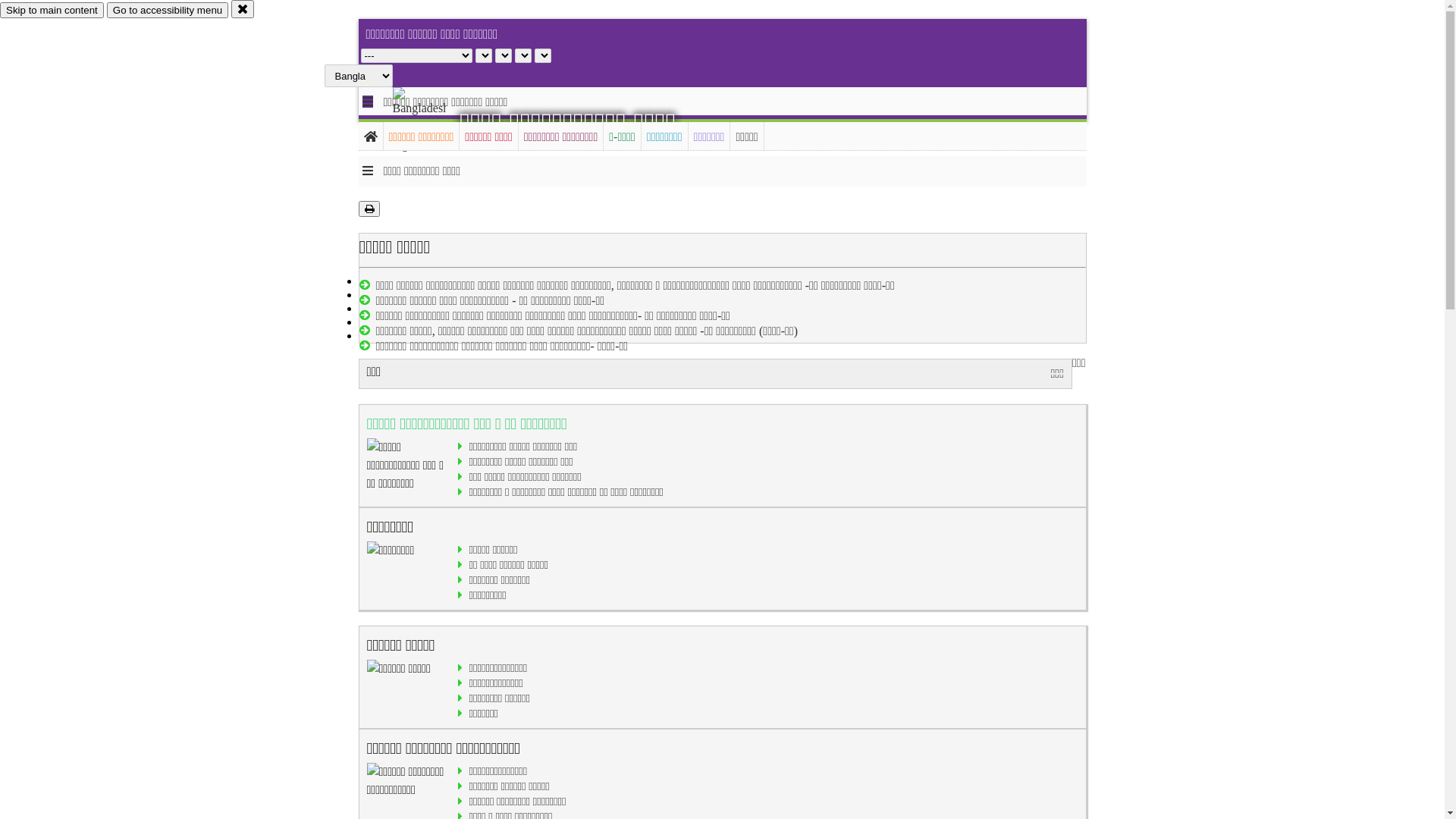 Image resolution: width=1456 pixels, height=819 pixels. What do you see at coordinates (393, 119) in the screenshot?
I see `'` at bounding box center [393, 119].